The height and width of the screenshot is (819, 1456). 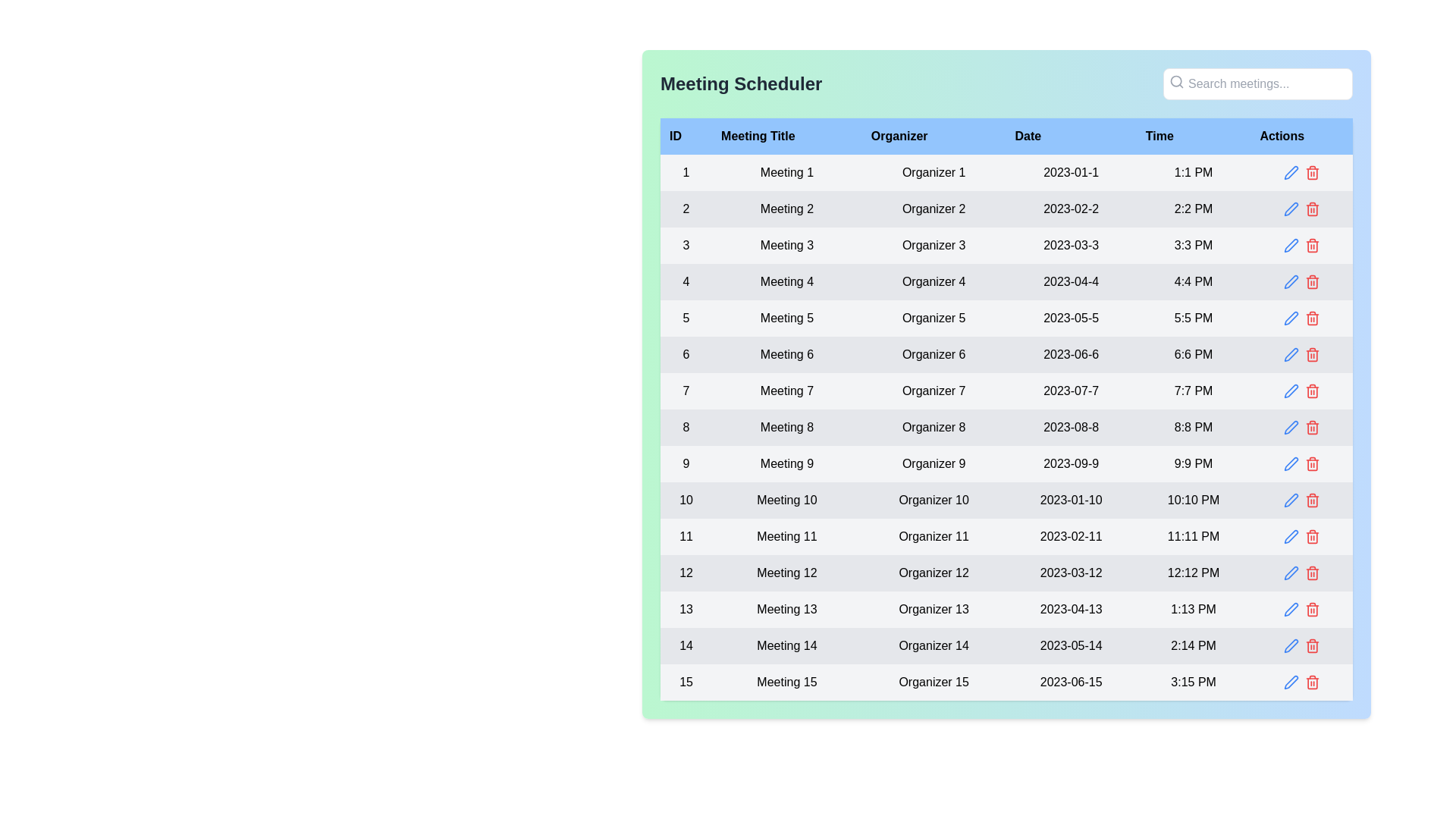 What do you see at coordinates (1070, 681) in the screenshot?
I see `on the date text displayed in the fourth cell of the last row under the 'Date' heading in the 'Meeting Scheduler' table` at bounding box center [1070, 681].